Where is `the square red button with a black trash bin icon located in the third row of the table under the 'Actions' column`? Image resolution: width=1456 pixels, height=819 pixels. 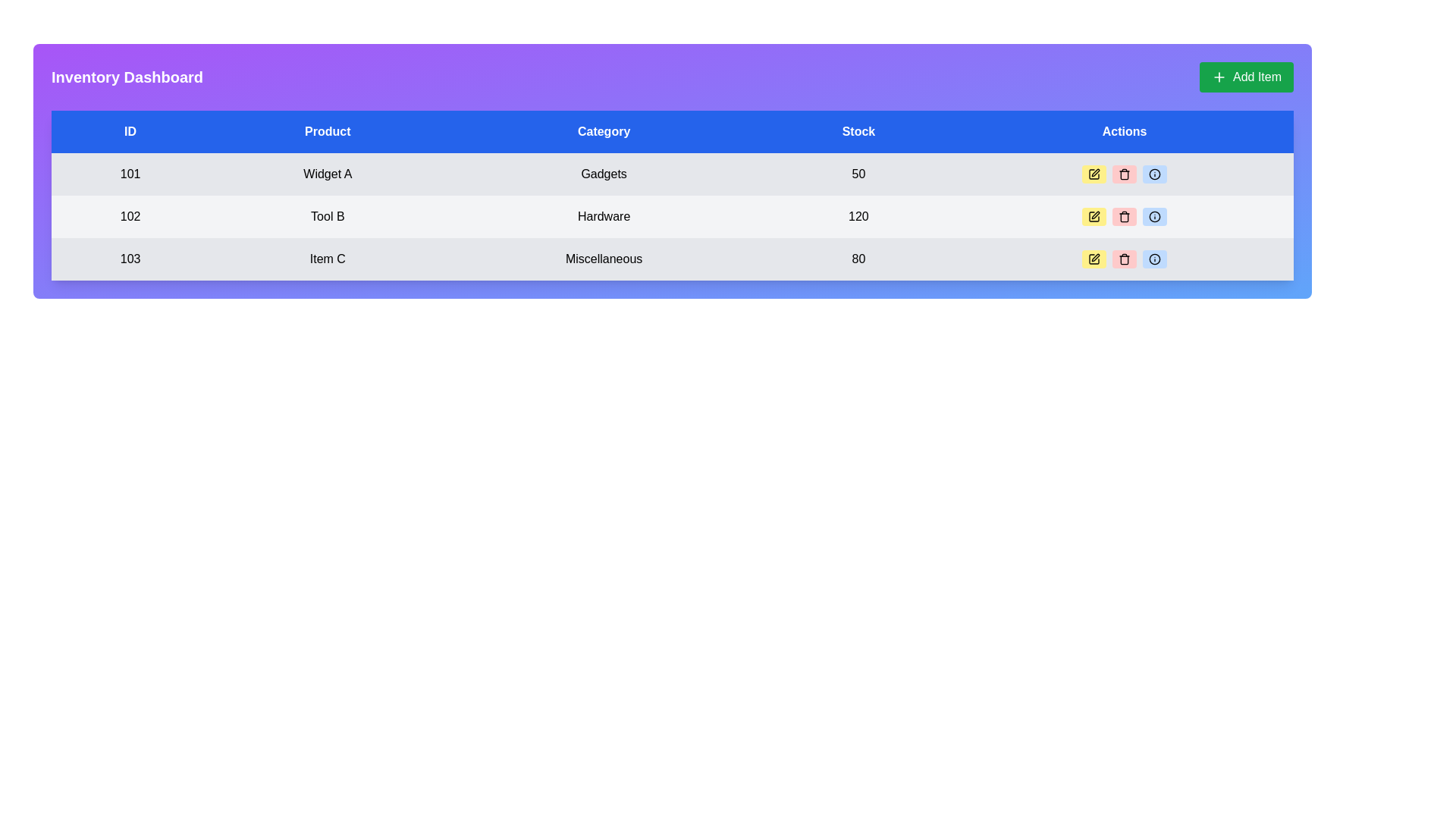
the square red button with a black trash bin icon located in the third row of the table under the 'Actions' column is located at coordinates (1125, 259).